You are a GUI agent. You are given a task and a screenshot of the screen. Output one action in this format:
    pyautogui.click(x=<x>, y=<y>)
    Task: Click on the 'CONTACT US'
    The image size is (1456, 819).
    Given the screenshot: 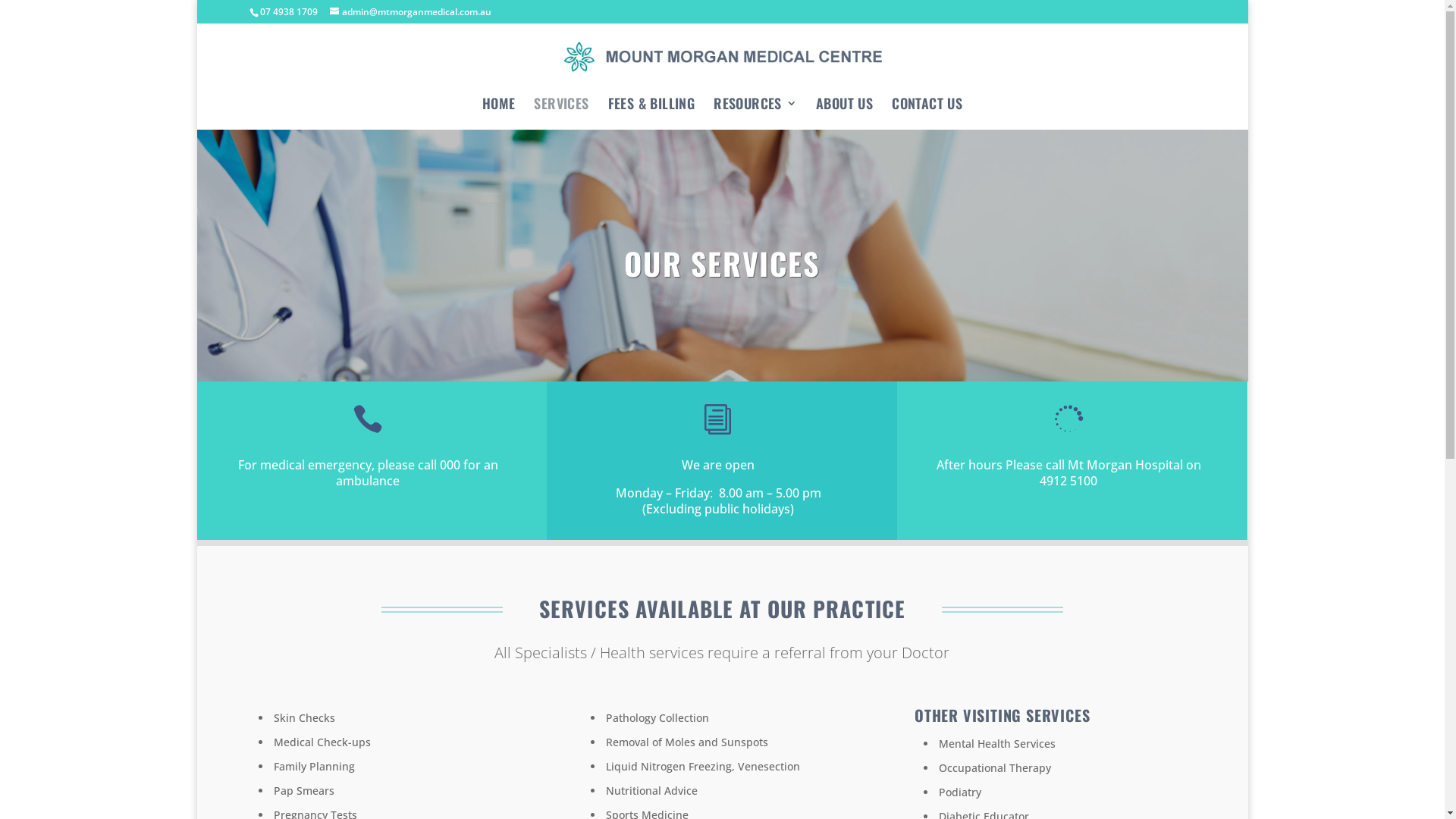 What is the action you would take?
    pyautogui.click(x=926, y=108)
    